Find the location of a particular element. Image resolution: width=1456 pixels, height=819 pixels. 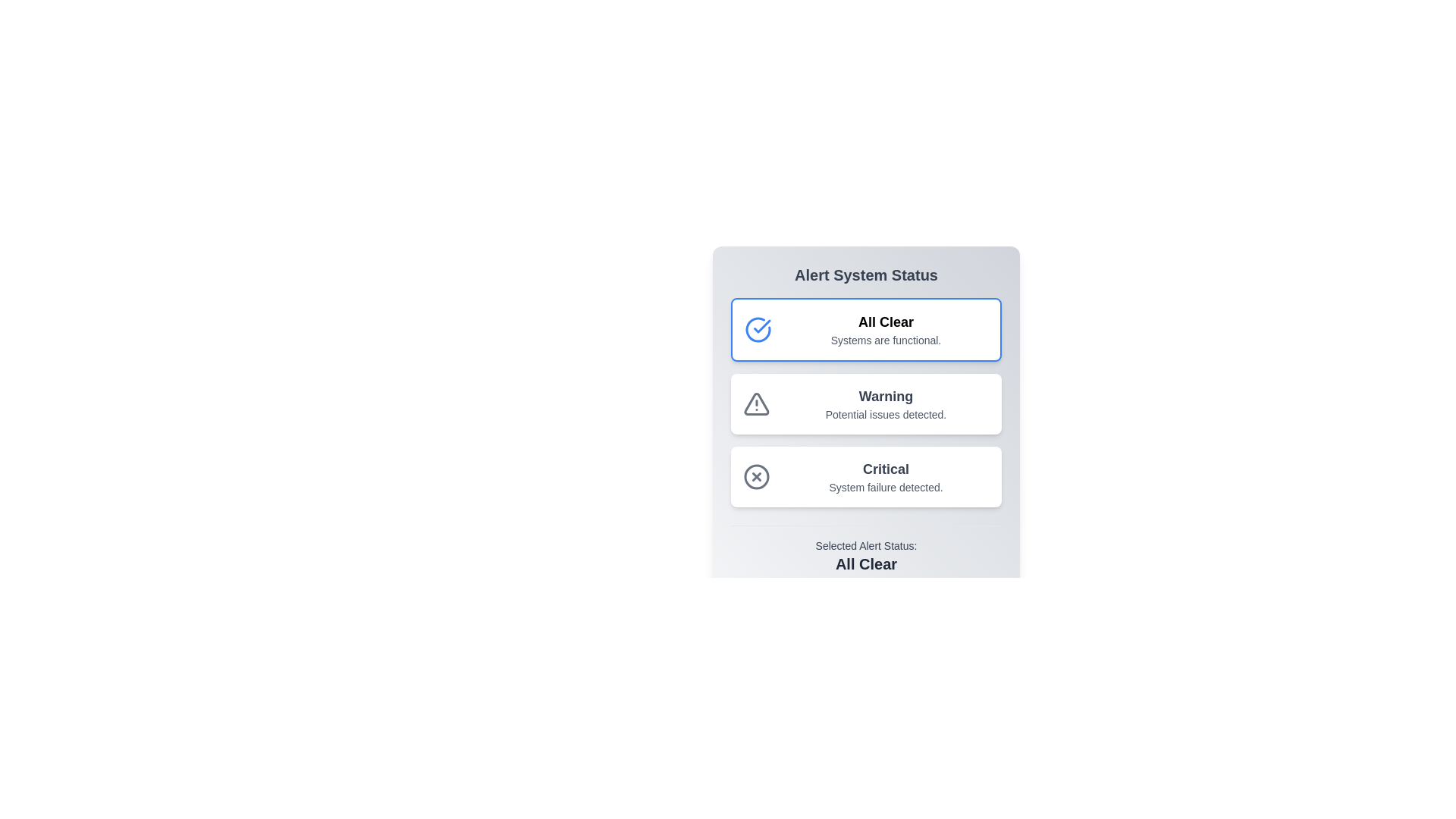

critical status text label indicating the system's critical condition, which is located at the top of the 'Critical' alert indicator area is located at coordinates (886, 468).